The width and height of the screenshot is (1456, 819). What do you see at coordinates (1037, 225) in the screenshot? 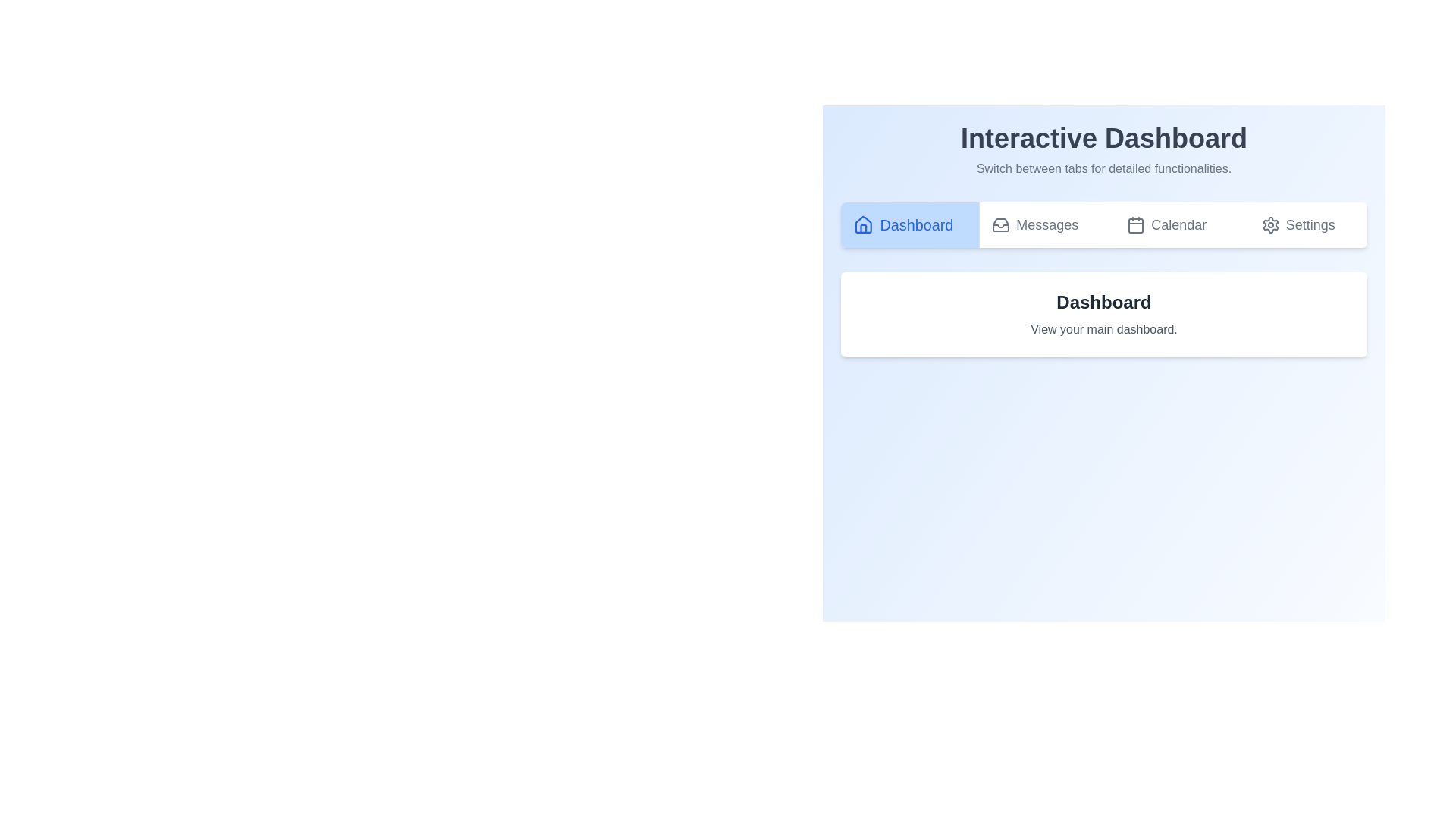
I see `the 'Messages' tab in the navigation bar to change its color from gray to blue` at bounding box center [1037, 225].